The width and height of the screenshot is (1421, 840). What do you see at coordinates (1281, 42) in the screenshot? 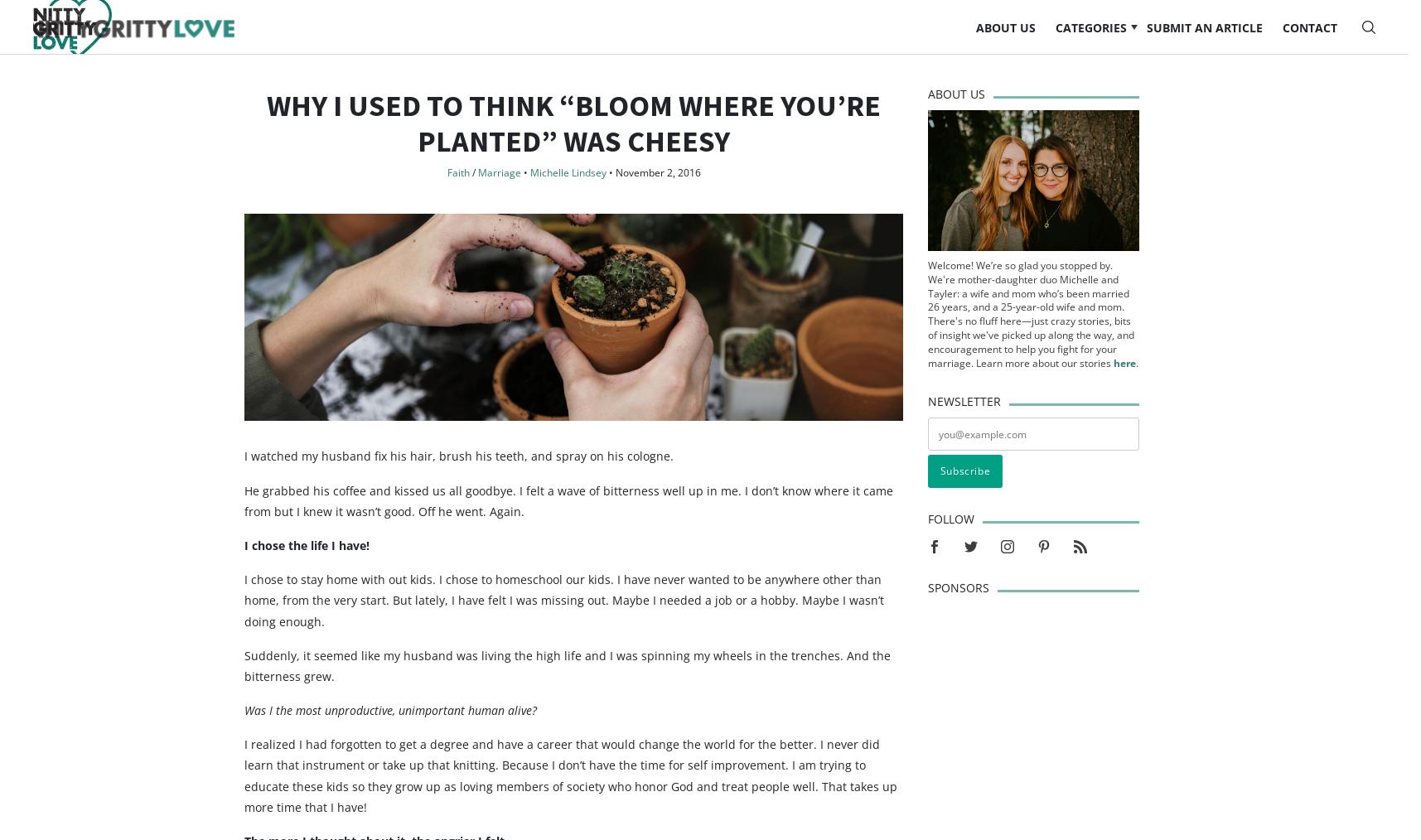
I see `'Contact'` at bounding box center [1281, 42].